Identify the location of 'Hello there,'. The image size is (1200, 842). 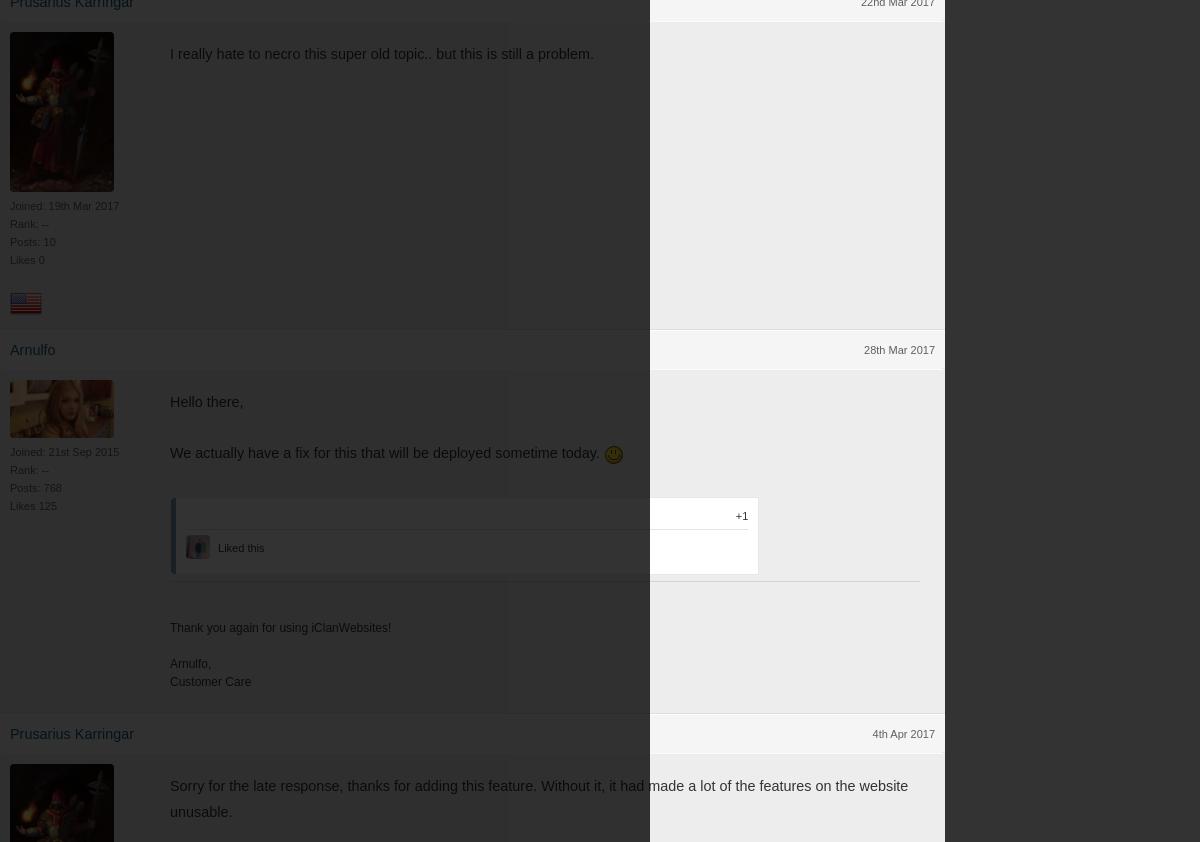
(169, 400).